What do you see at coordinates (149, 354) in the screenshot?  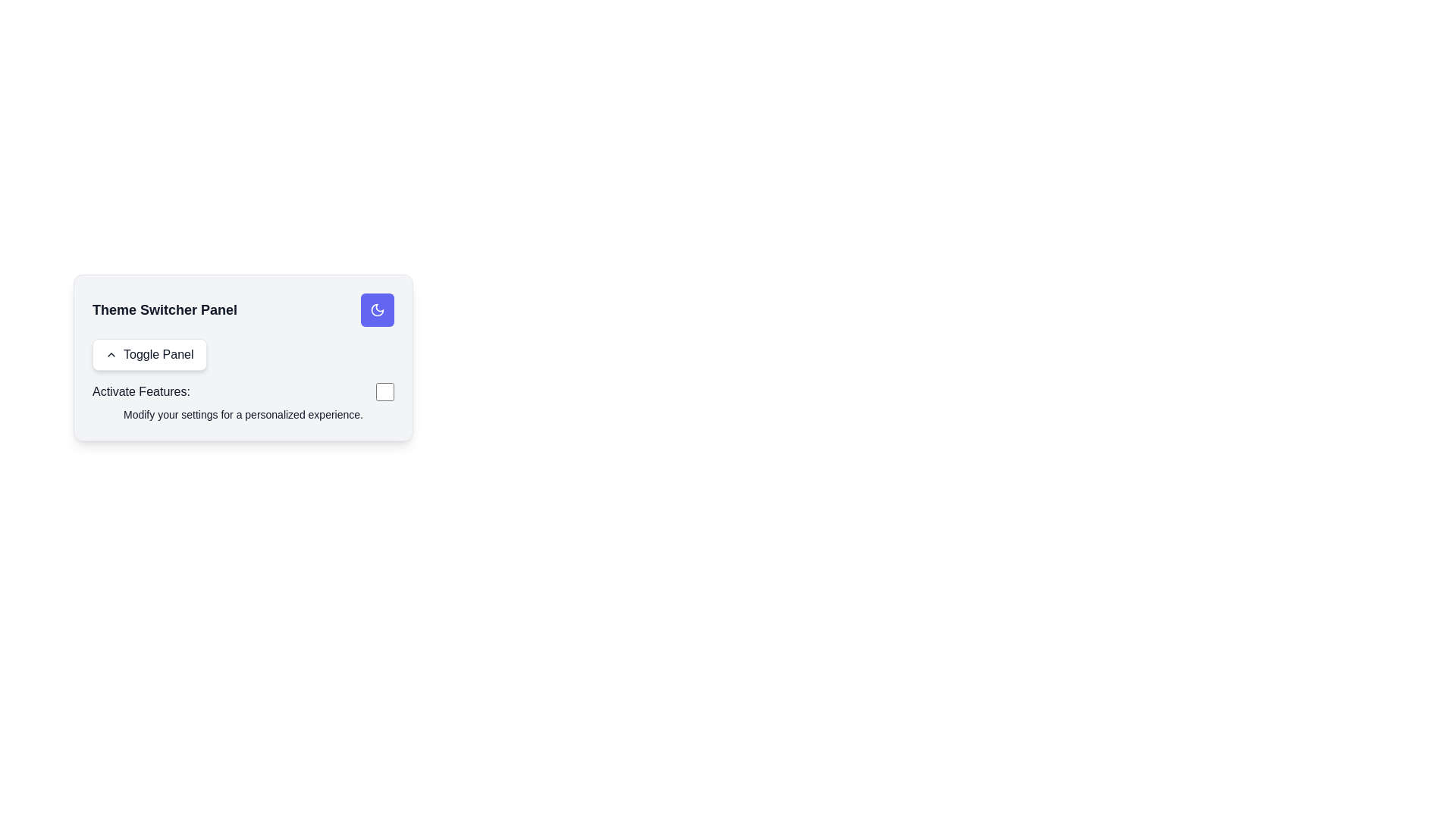 I see `the button located in the 'Theme Switcher Panel'` at bounding box center [149, 354].